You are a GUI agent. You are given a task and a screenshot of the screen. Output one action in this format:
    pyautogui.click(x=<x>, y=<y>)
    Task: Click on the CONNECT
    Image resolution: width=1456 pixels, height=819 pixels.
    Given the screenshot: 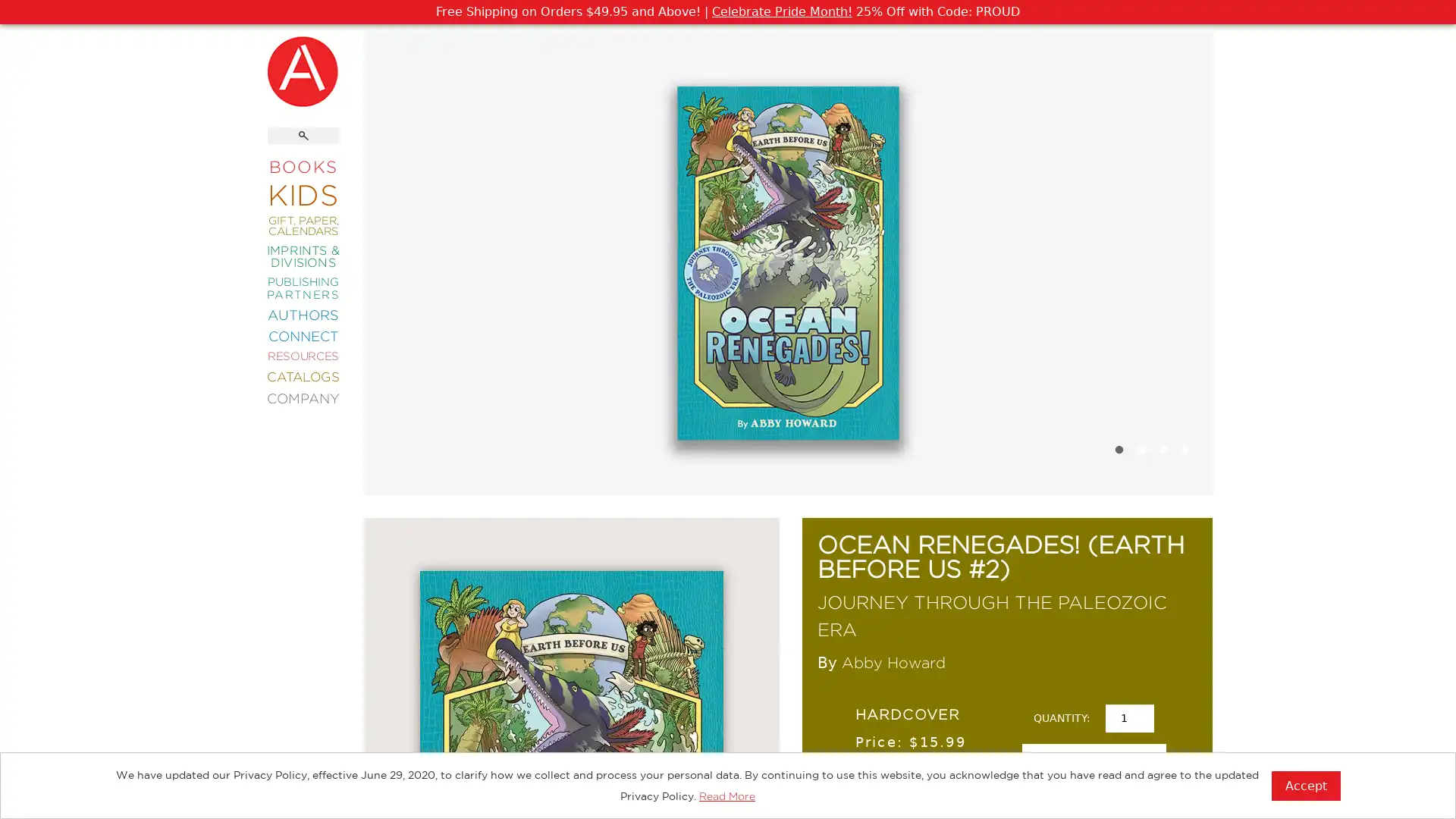 What is the action you would take?
    pyautogui.click(x=303, y=334)
    